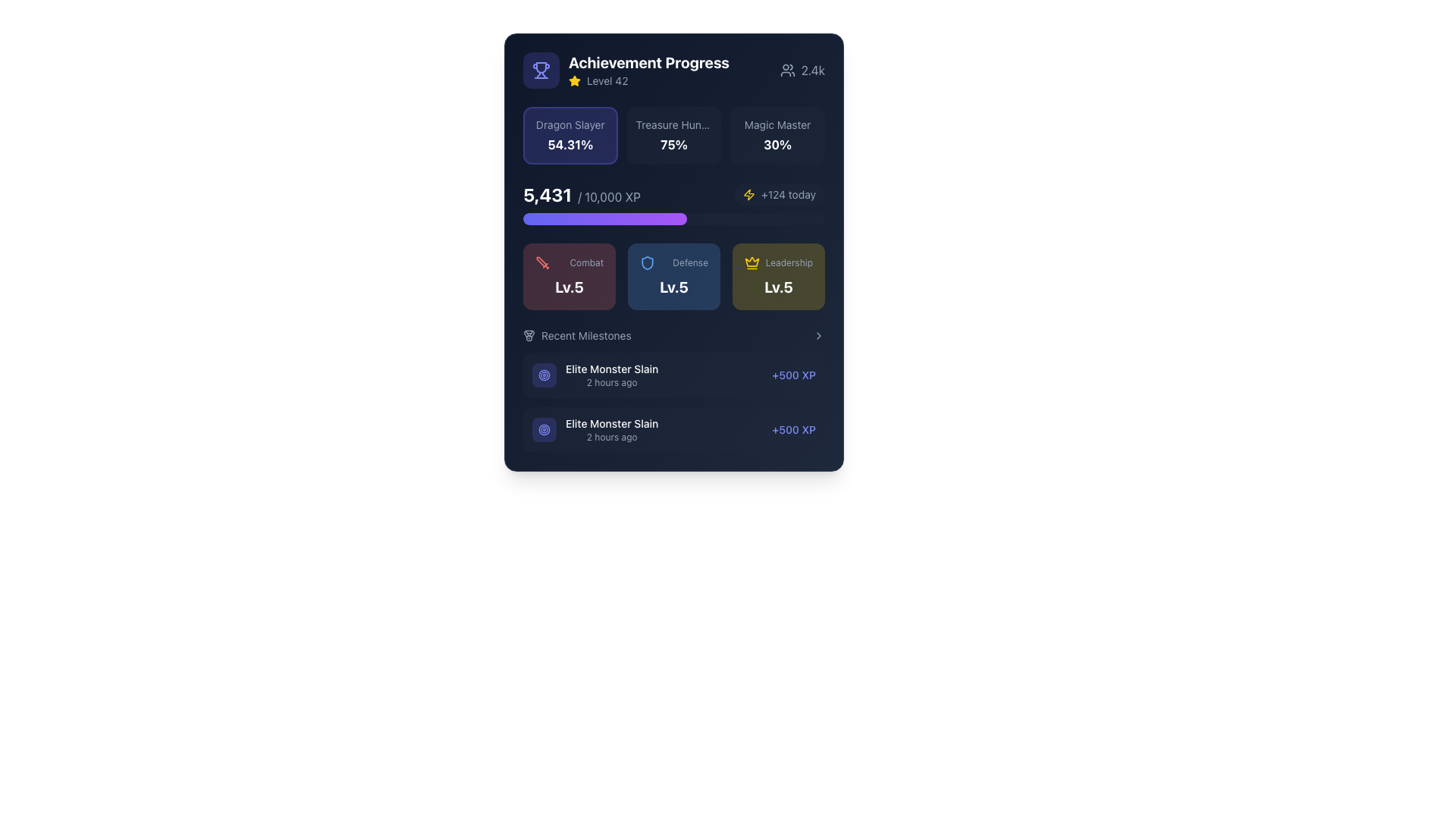  Describe the element at coordinates (541, 67) in the screenshot. I see `the achievement icon located in the 'Achievement Progress' section, adjacent to the 'Level 42' text` at that location.